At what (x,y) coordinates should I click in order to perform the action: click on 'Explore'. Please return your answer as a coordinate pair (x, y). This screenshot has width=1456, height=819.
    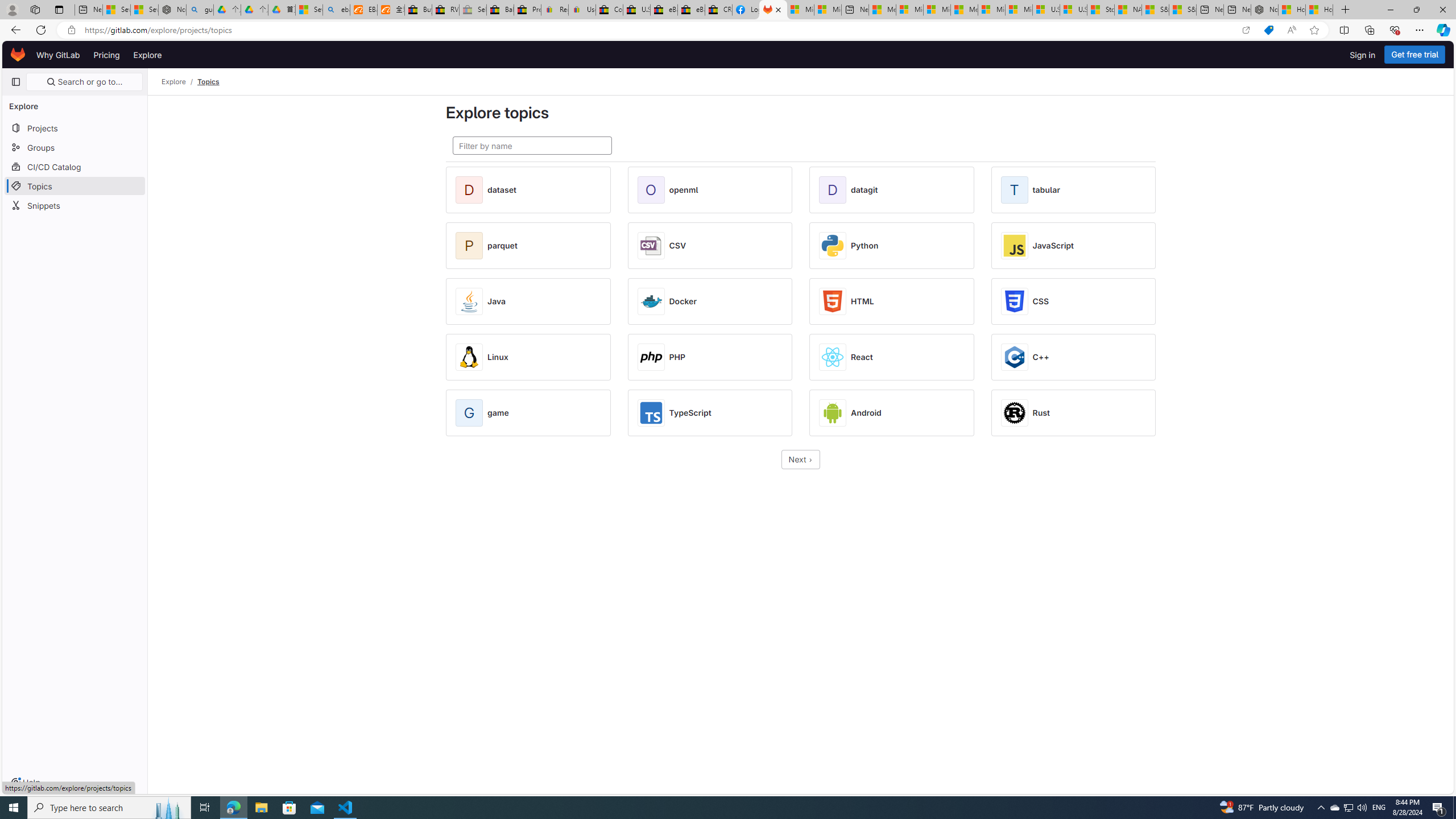
    Looking at the image, I should click on (146, 54).